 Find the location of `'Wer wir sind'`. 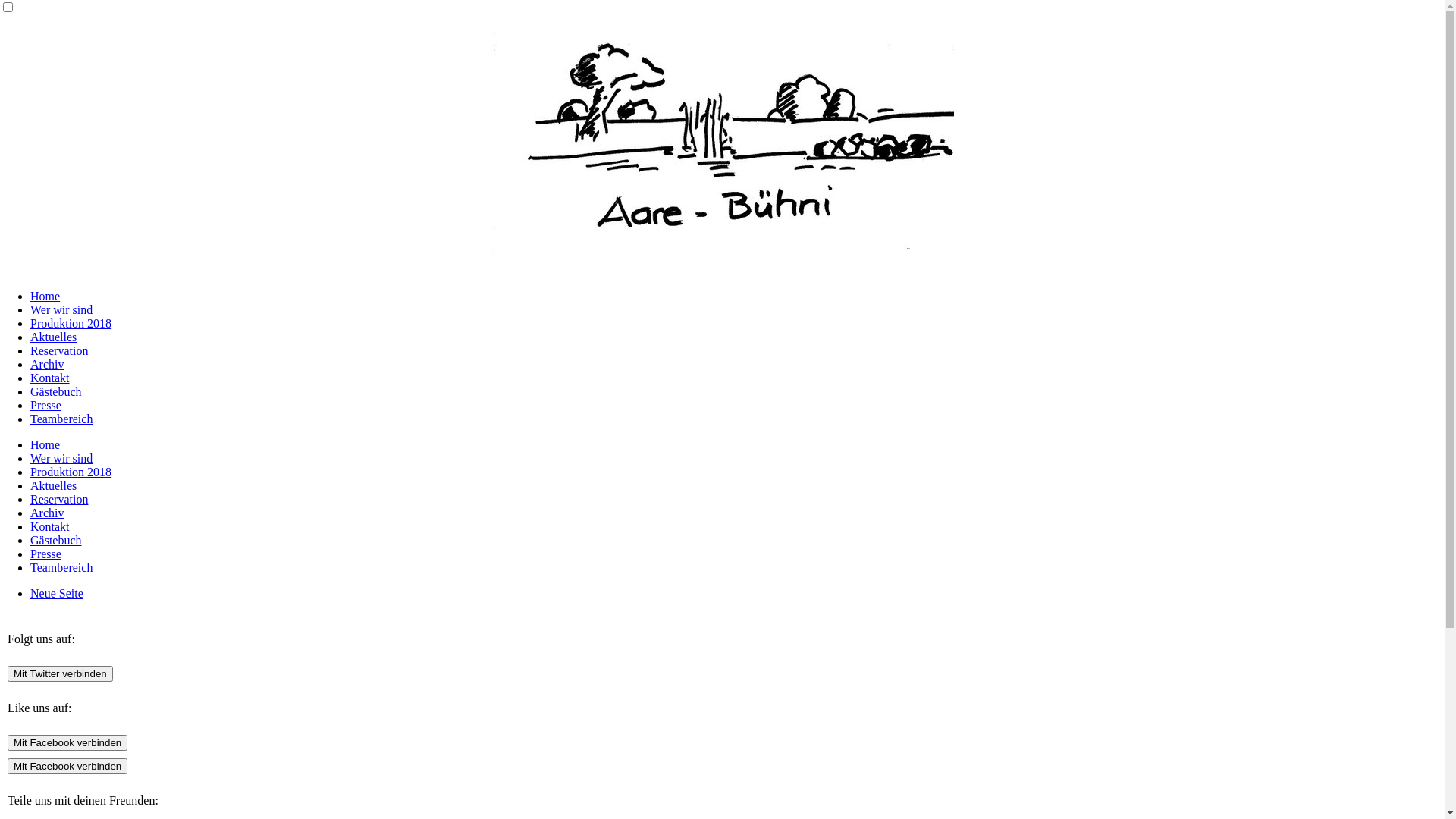

'Wer wir sind' is located at coordinates (61, 457).